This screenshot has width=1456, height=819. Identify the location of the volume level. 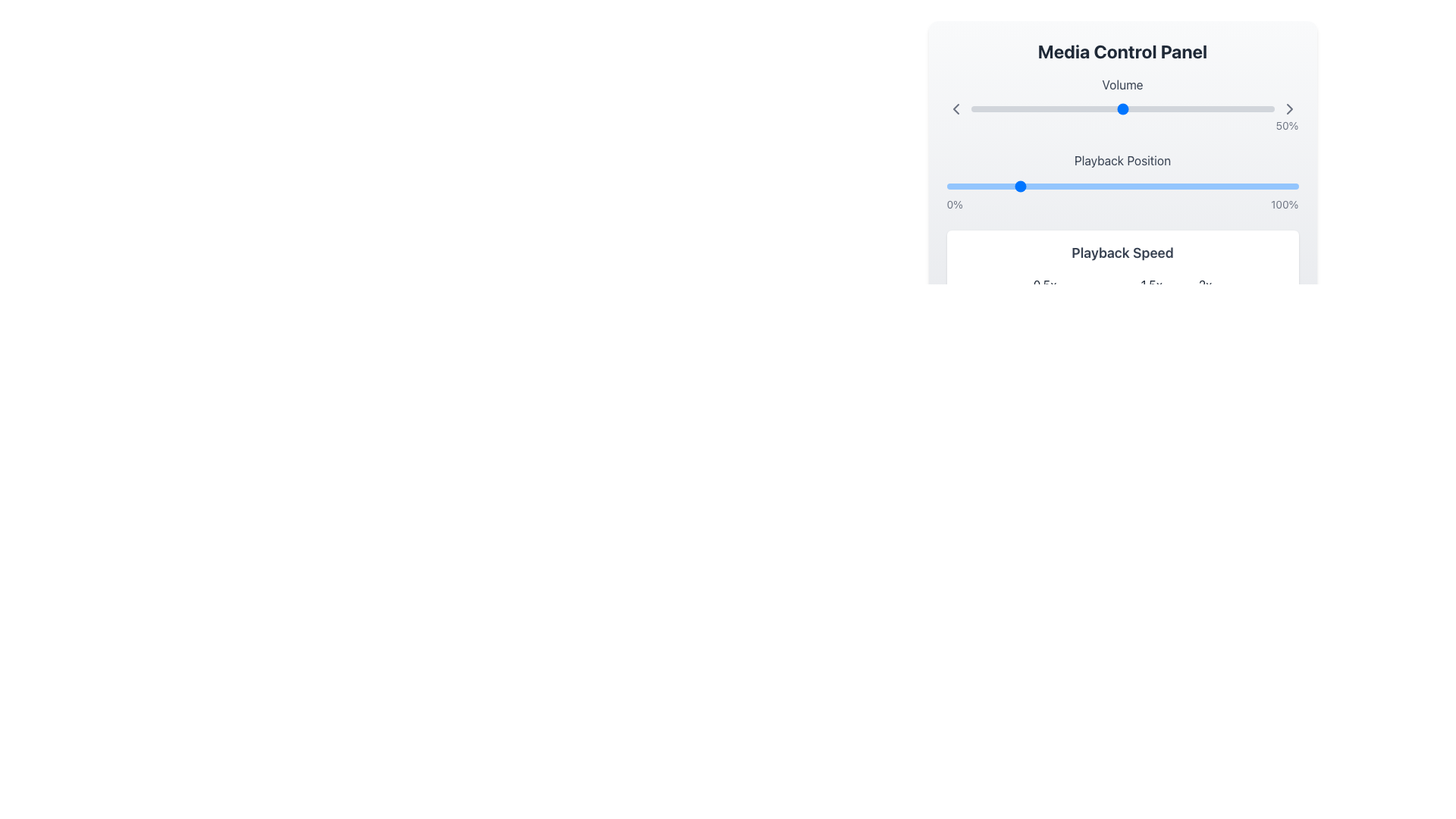
(1167, 108).